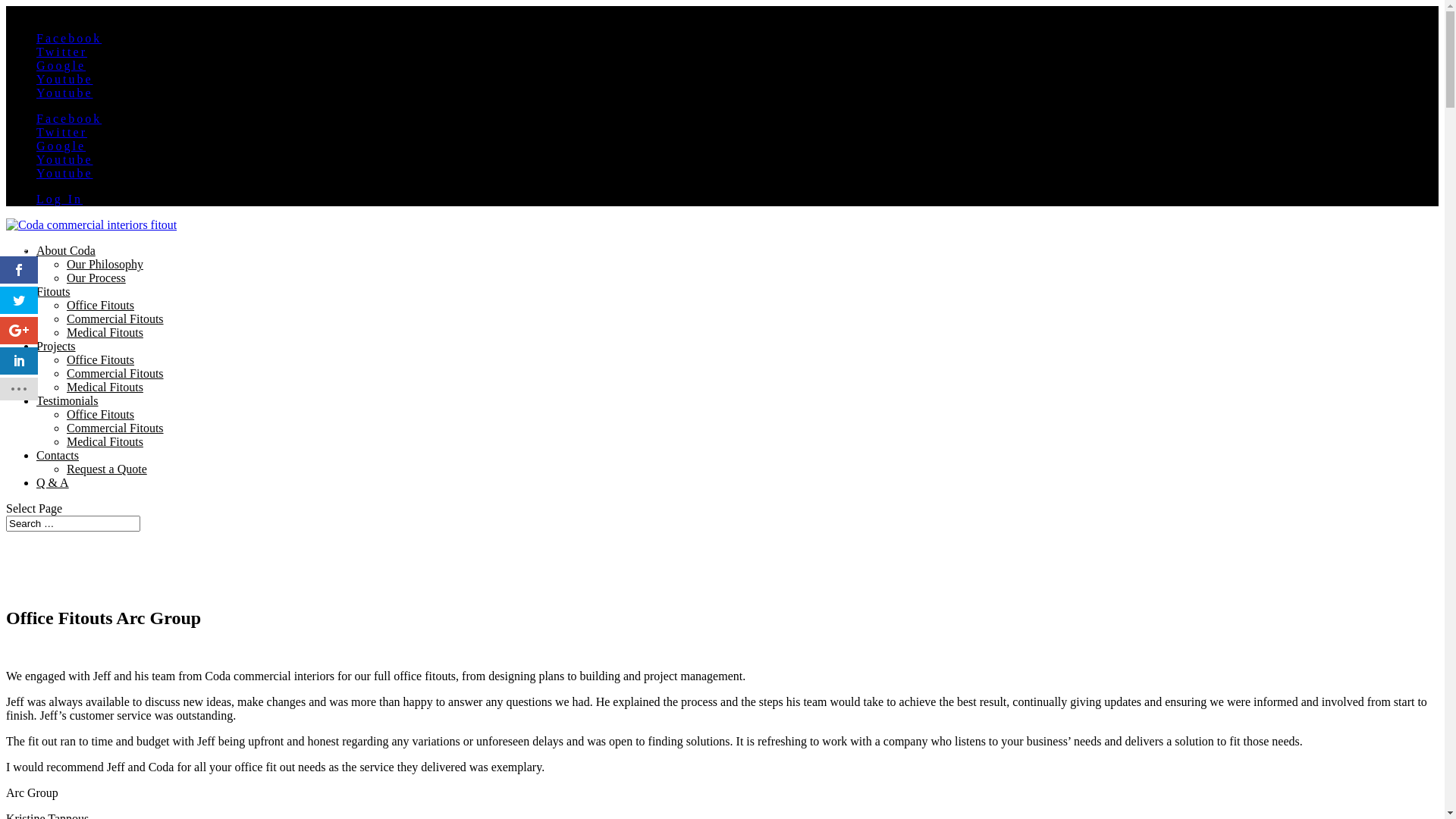 The height and width of the screenshot is (819, 1456). Describe the element at coordinates (64, 249) in the screenshot. I see `'About Coda'` at that location.